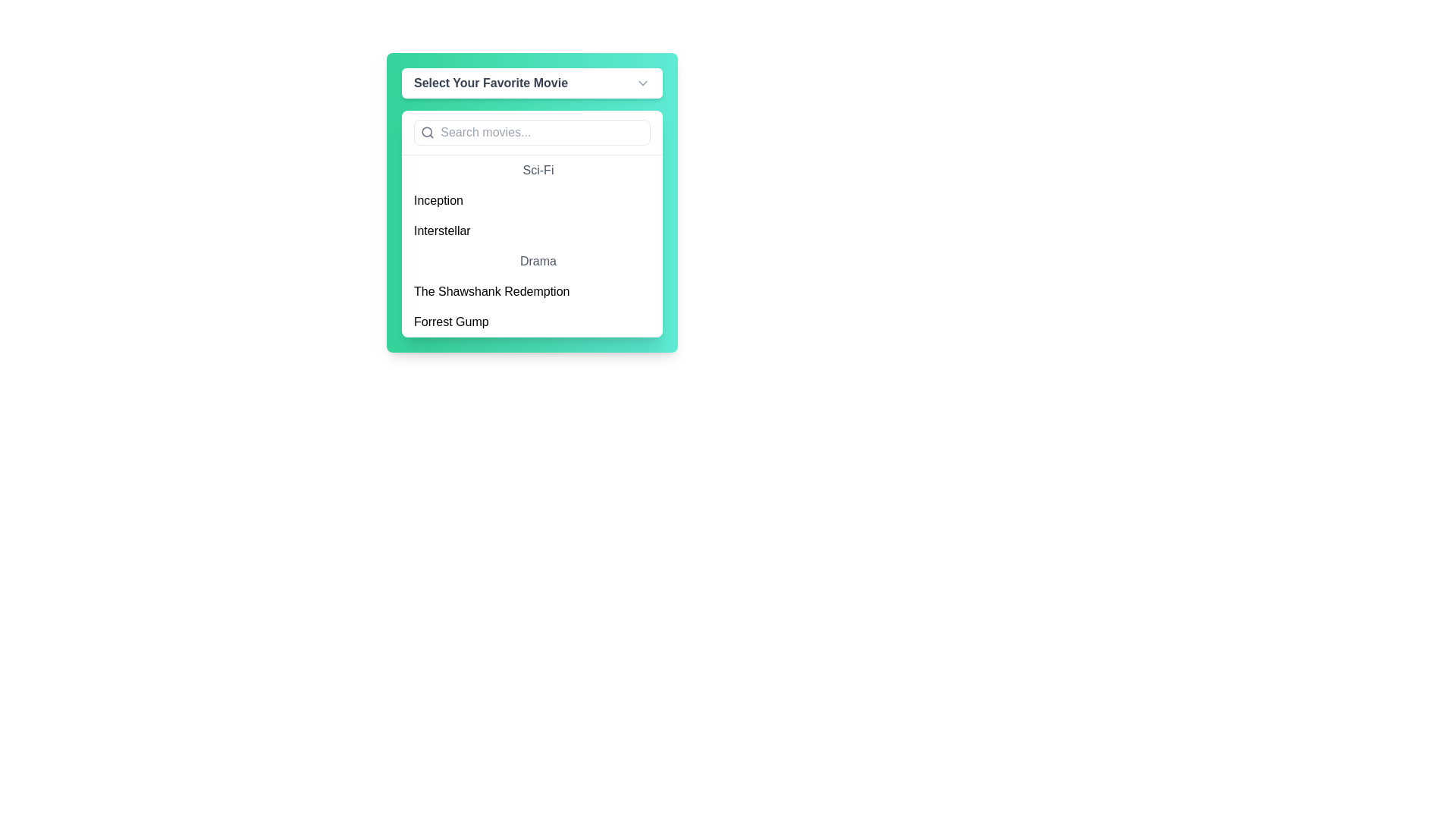 This screenshot has width=1456, height=819. What do you see at coordinates (532, 231) in the screenshot?
I see `the 'Interstellar' option in the dropdown menu, which is the second item under the 'Sci-Fi' category` at bounding box center [532, 231].